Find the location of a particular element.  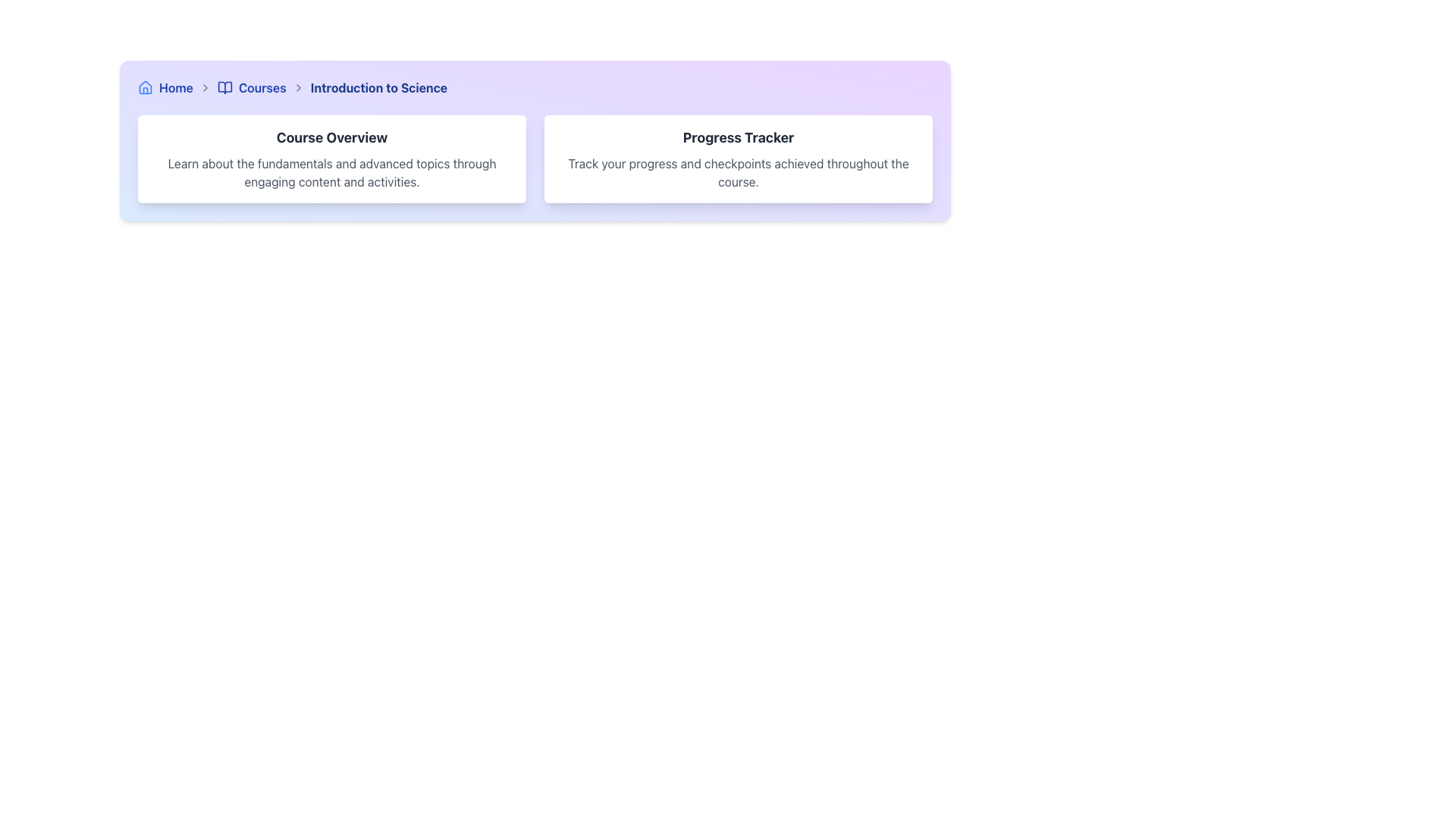

the blue outlined house icon located at the start of the breadcrumb navigation menu is located at coordinates (146, 87).